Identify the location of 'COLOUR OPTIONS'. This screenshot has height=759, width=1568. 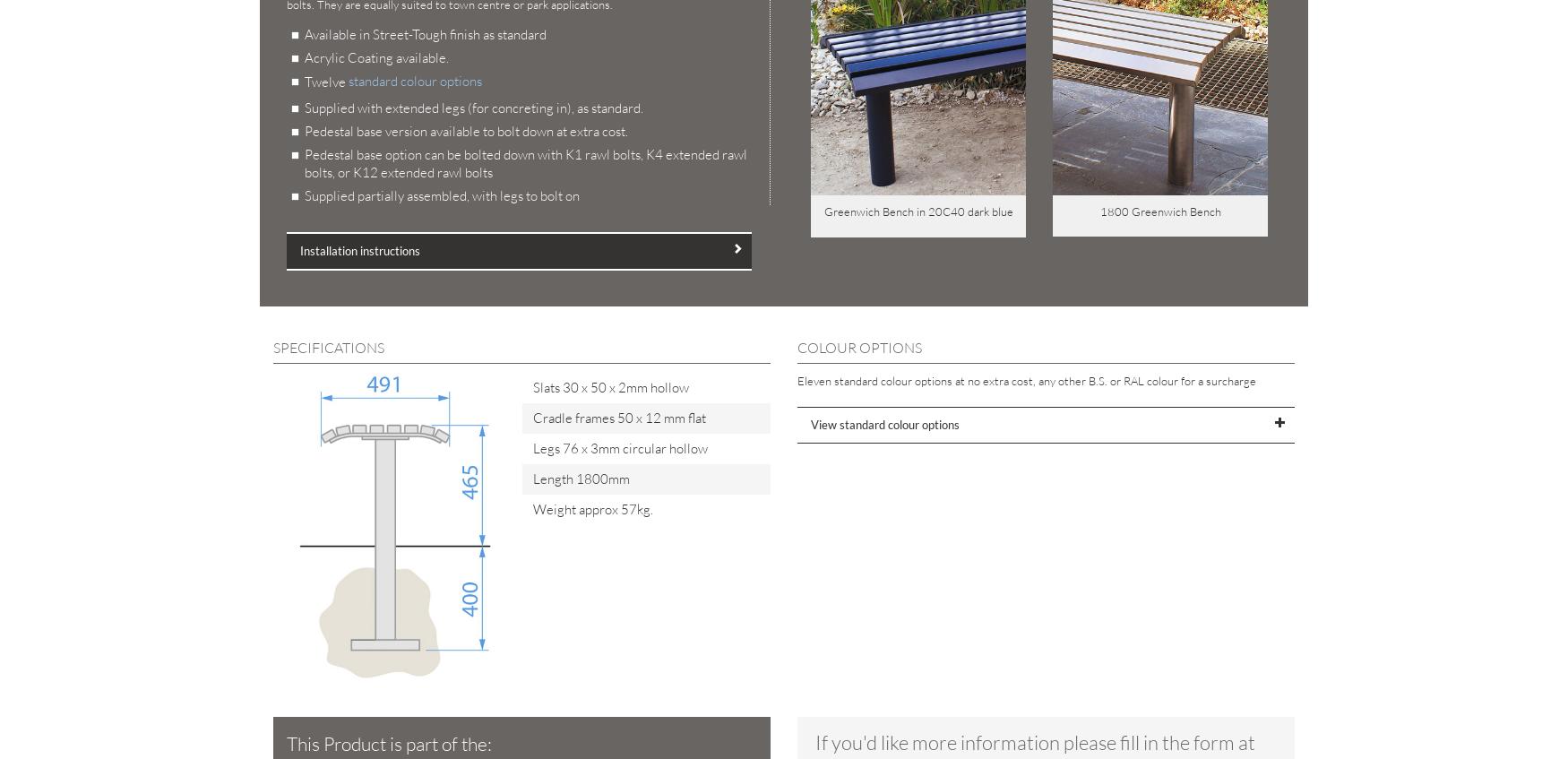
(859, 345).